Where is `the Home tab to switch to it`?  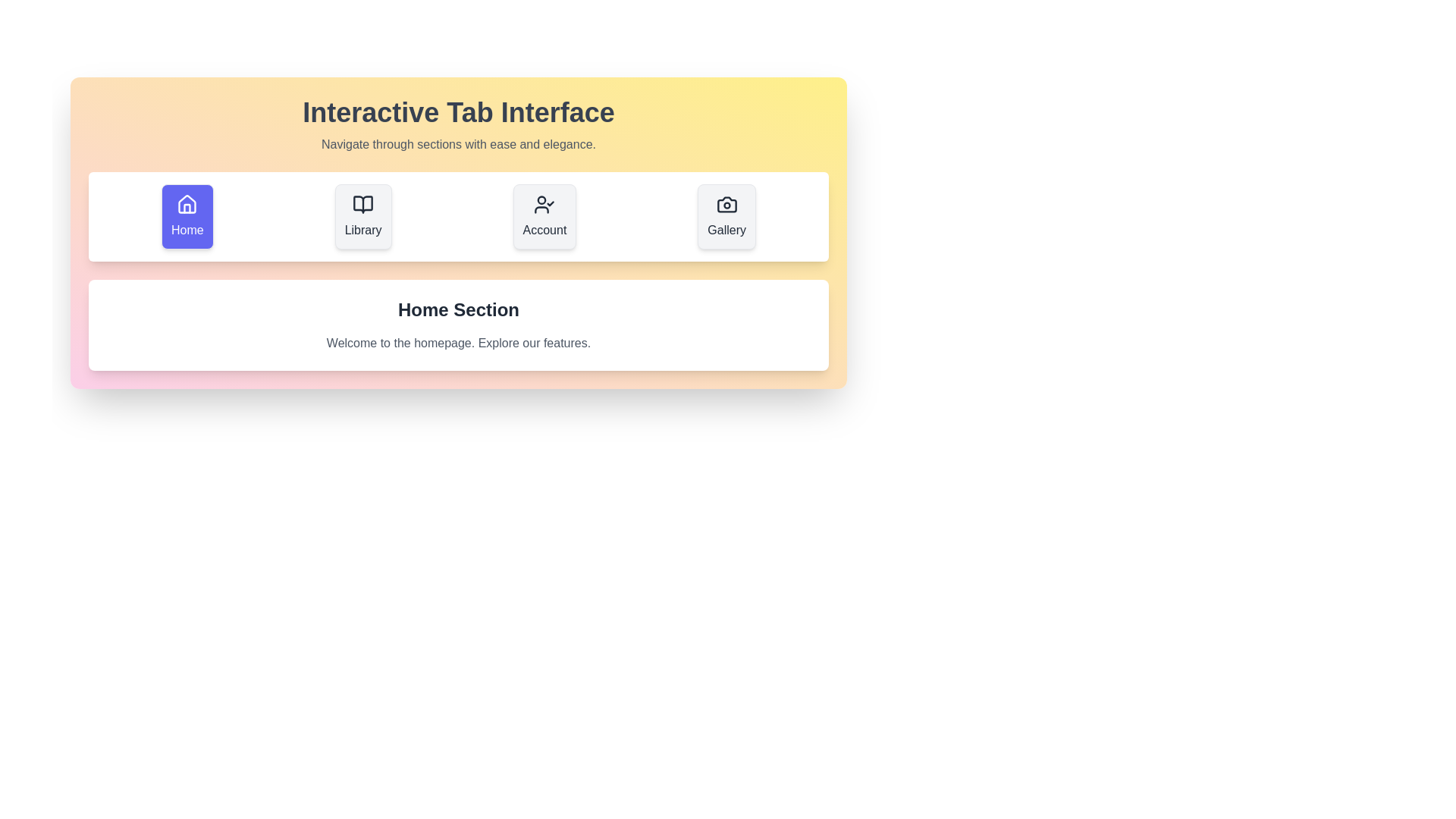 the Home tab to switch to it is located at coordinates (186, 216).